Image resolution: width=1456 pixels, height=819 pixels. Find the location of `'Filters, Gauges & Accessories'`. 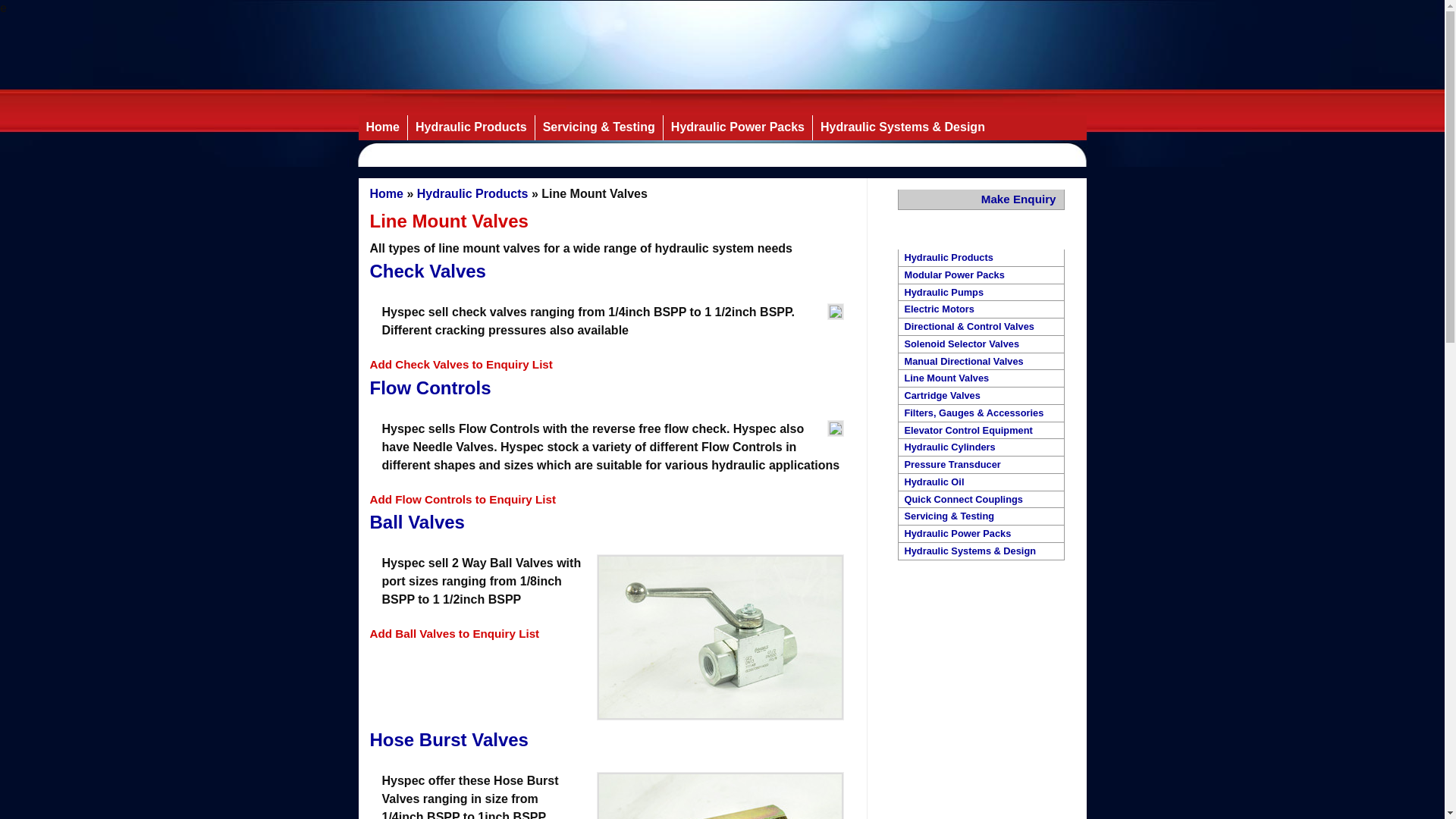

'Filters, Gauges & Accessories' is located at coordinates (980, 413).